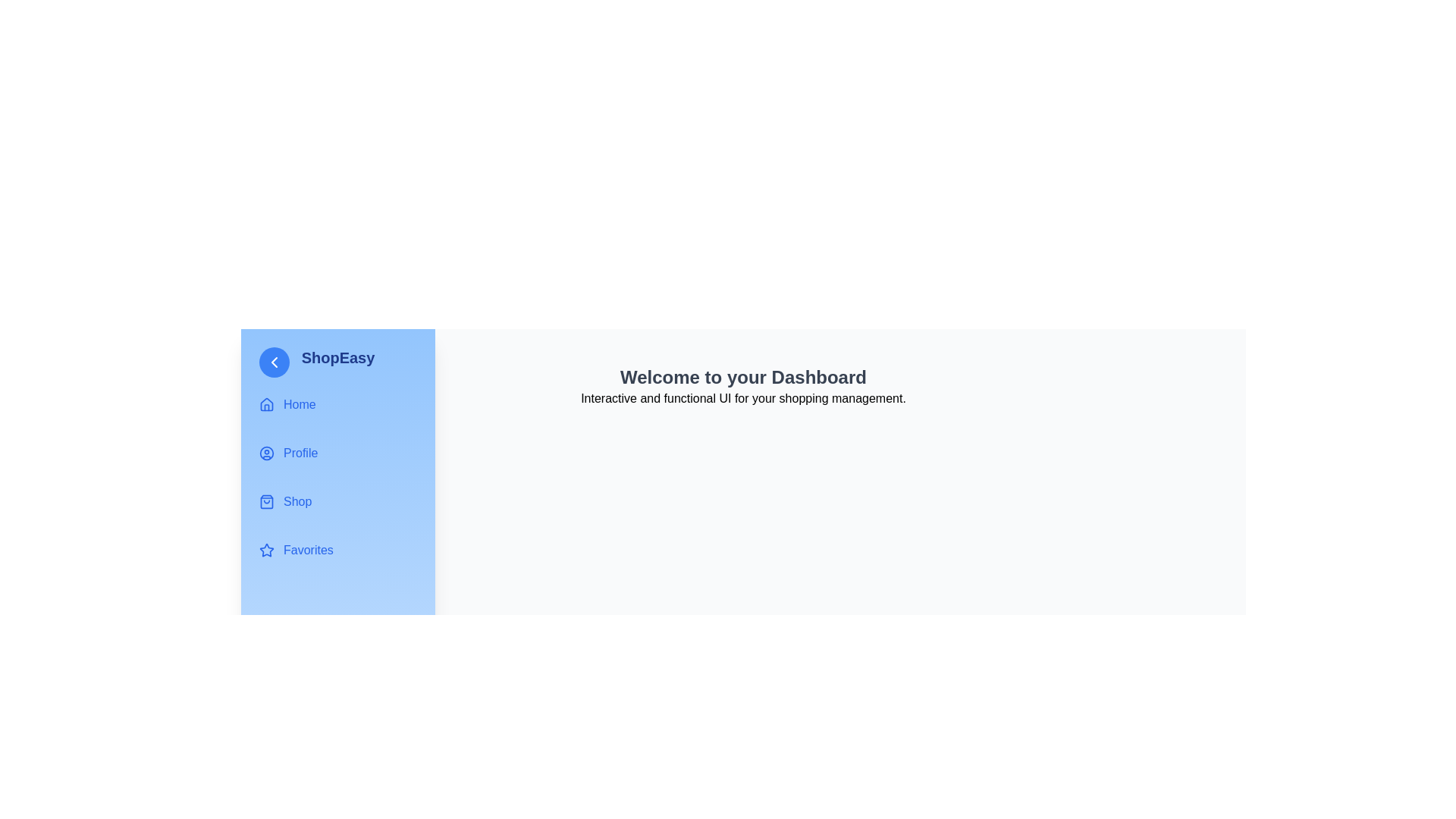 This screenshot has height=819, width=1456. Describe the element at coordinates (274, 362) in the screenshot. I see `the circular 'back' icon button located at the top-left corner of the sidebar near the 'ShopEasy' label` at that location.